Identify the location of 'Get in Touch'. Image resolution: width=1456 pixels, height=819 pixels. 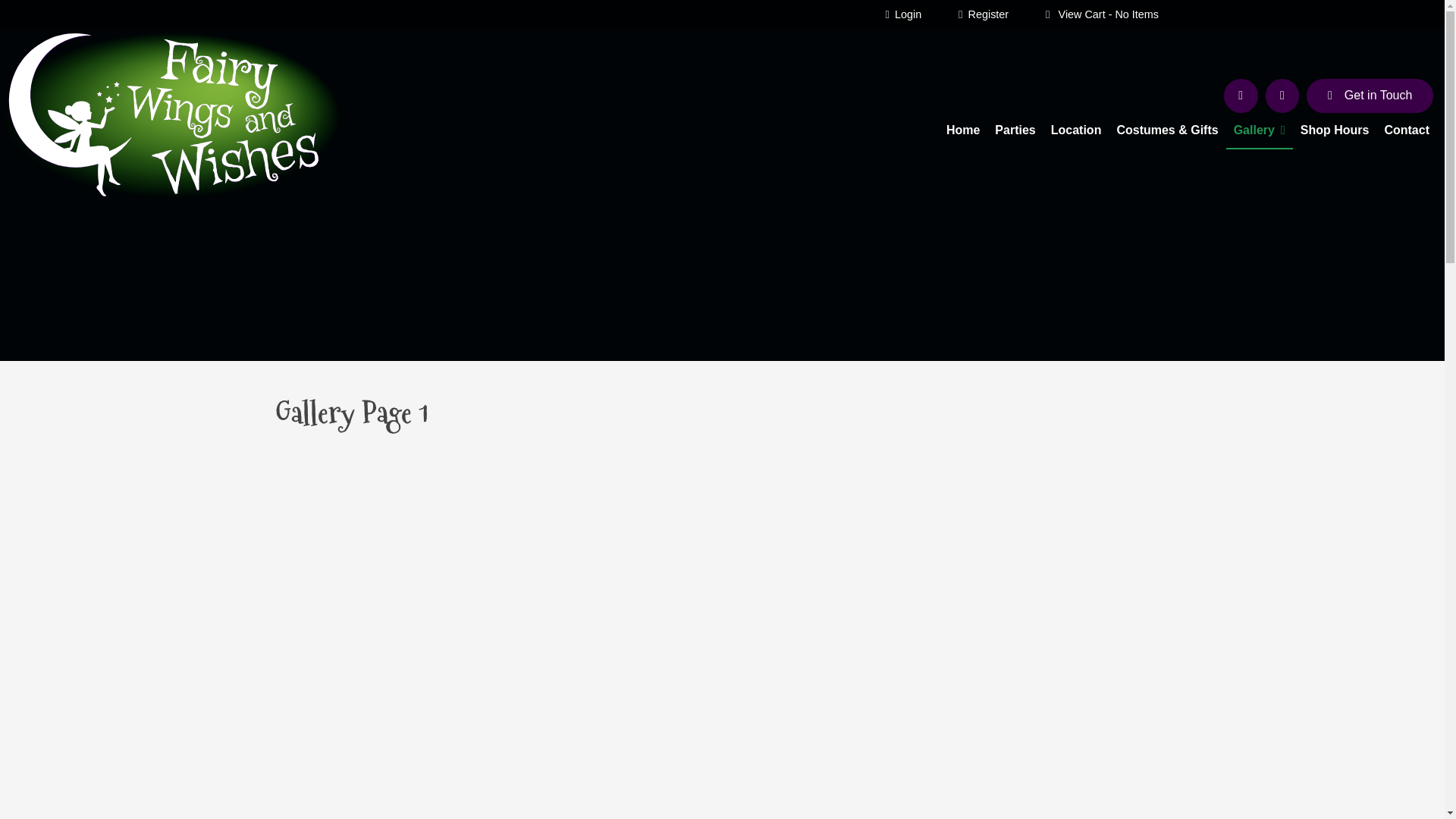
(1370, 96).